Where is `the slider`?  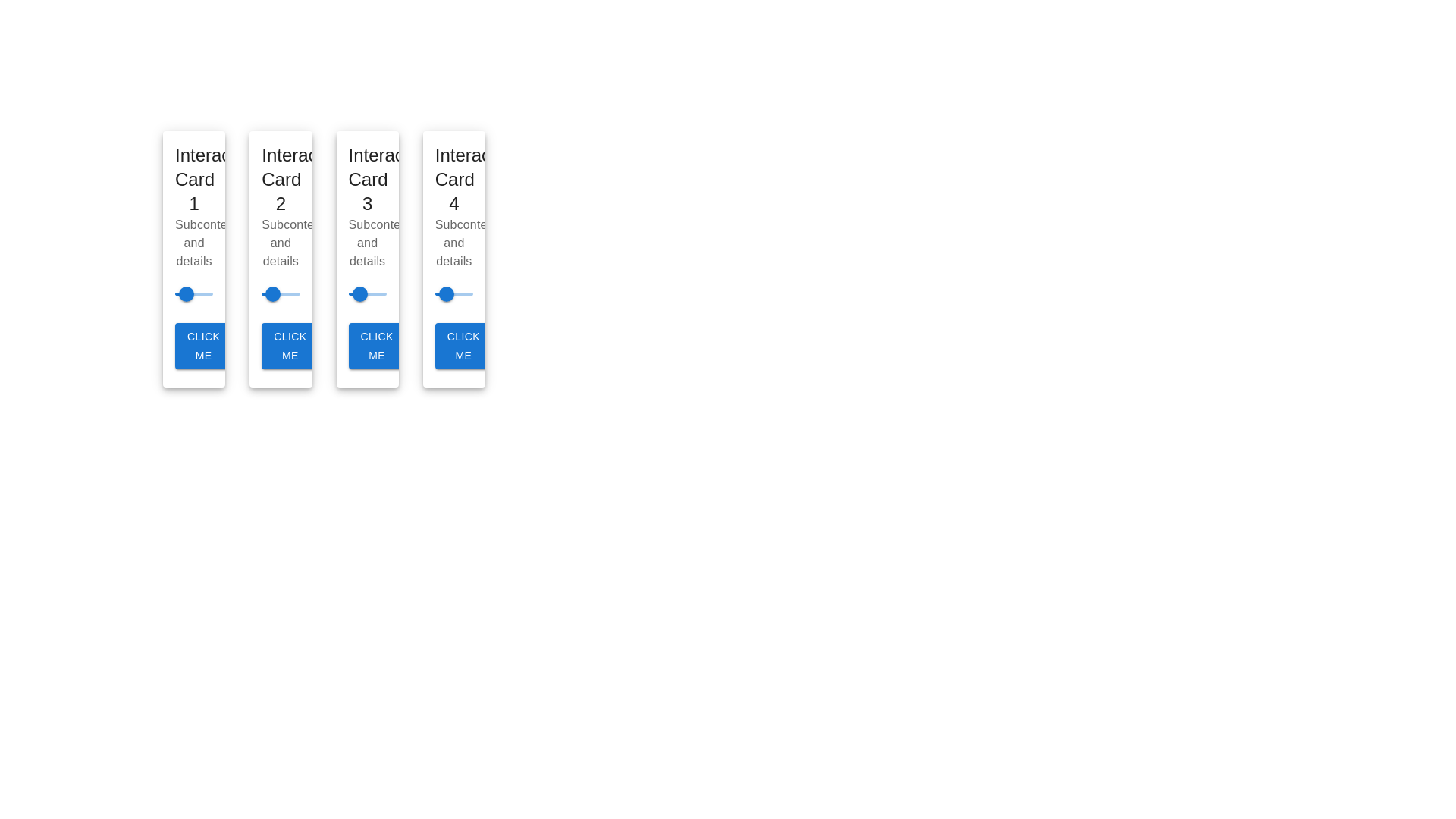 the slider is located at coordinates (197, 294).